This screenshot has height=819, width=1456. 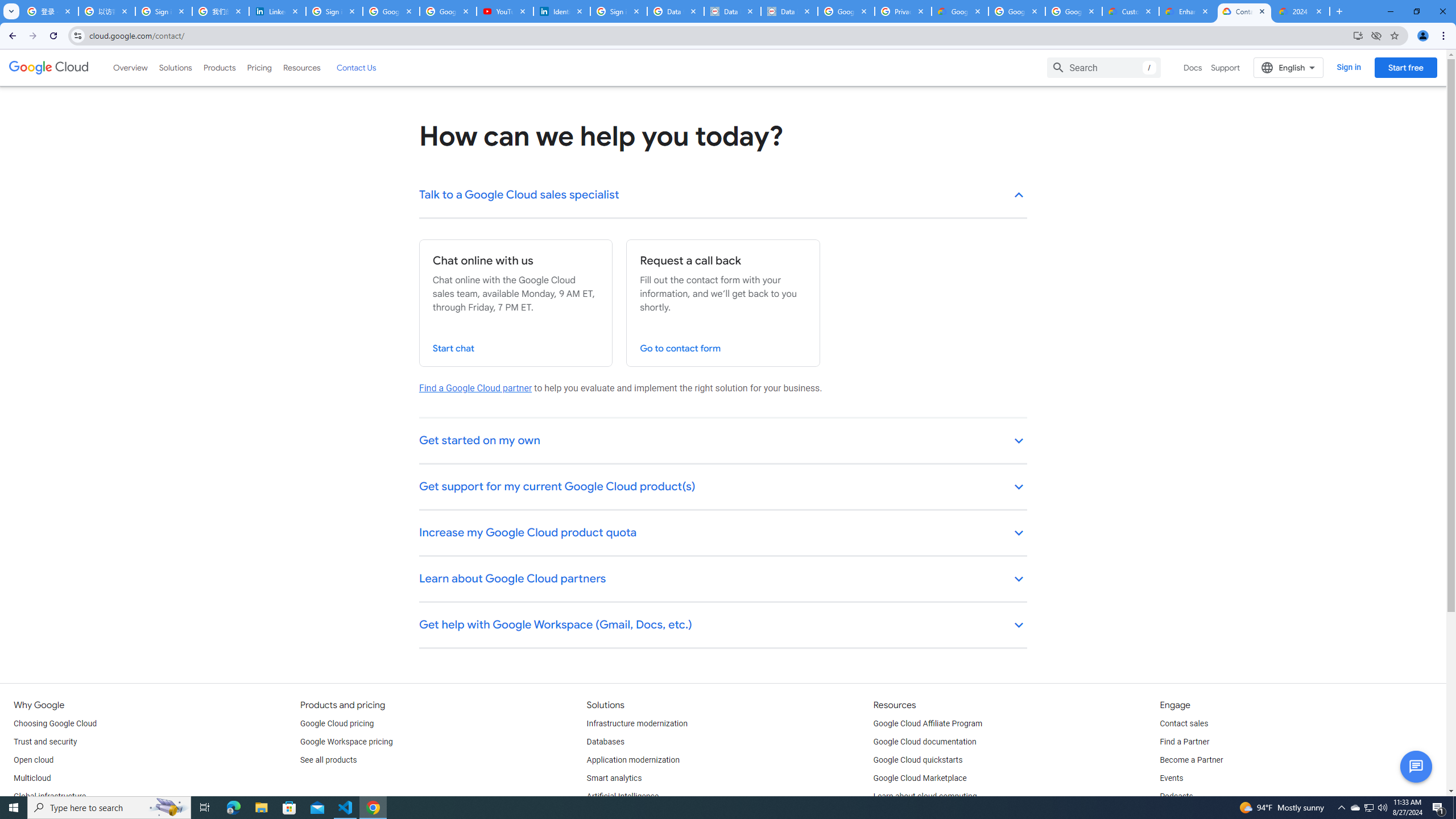 I want to click on 'LinkedIn Privacy Policy', so click(x=278, y=11).